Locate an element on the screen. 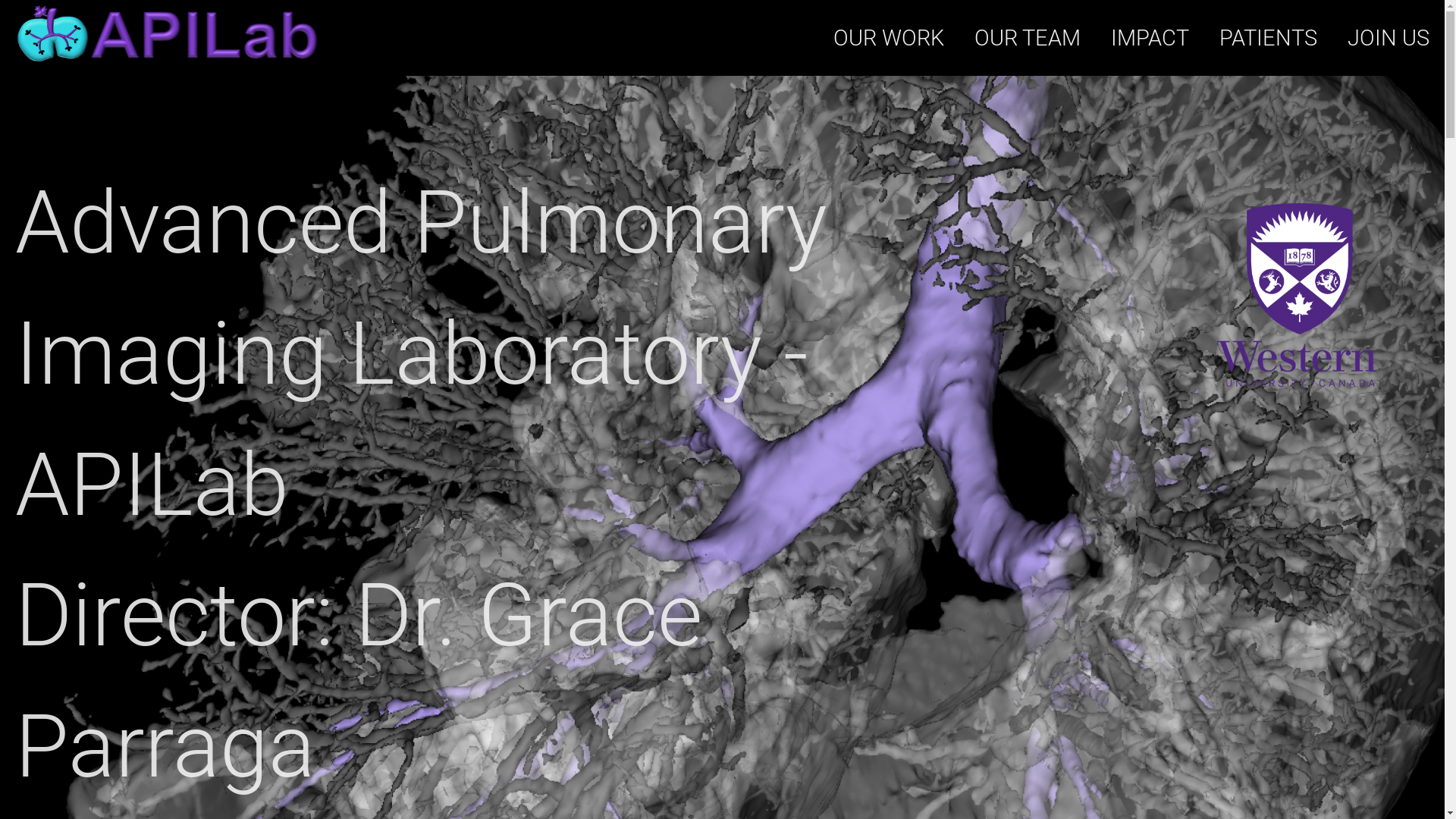 The image size is (1456, 819). 'PATIENTS' is located at coordinates (1268, 37).